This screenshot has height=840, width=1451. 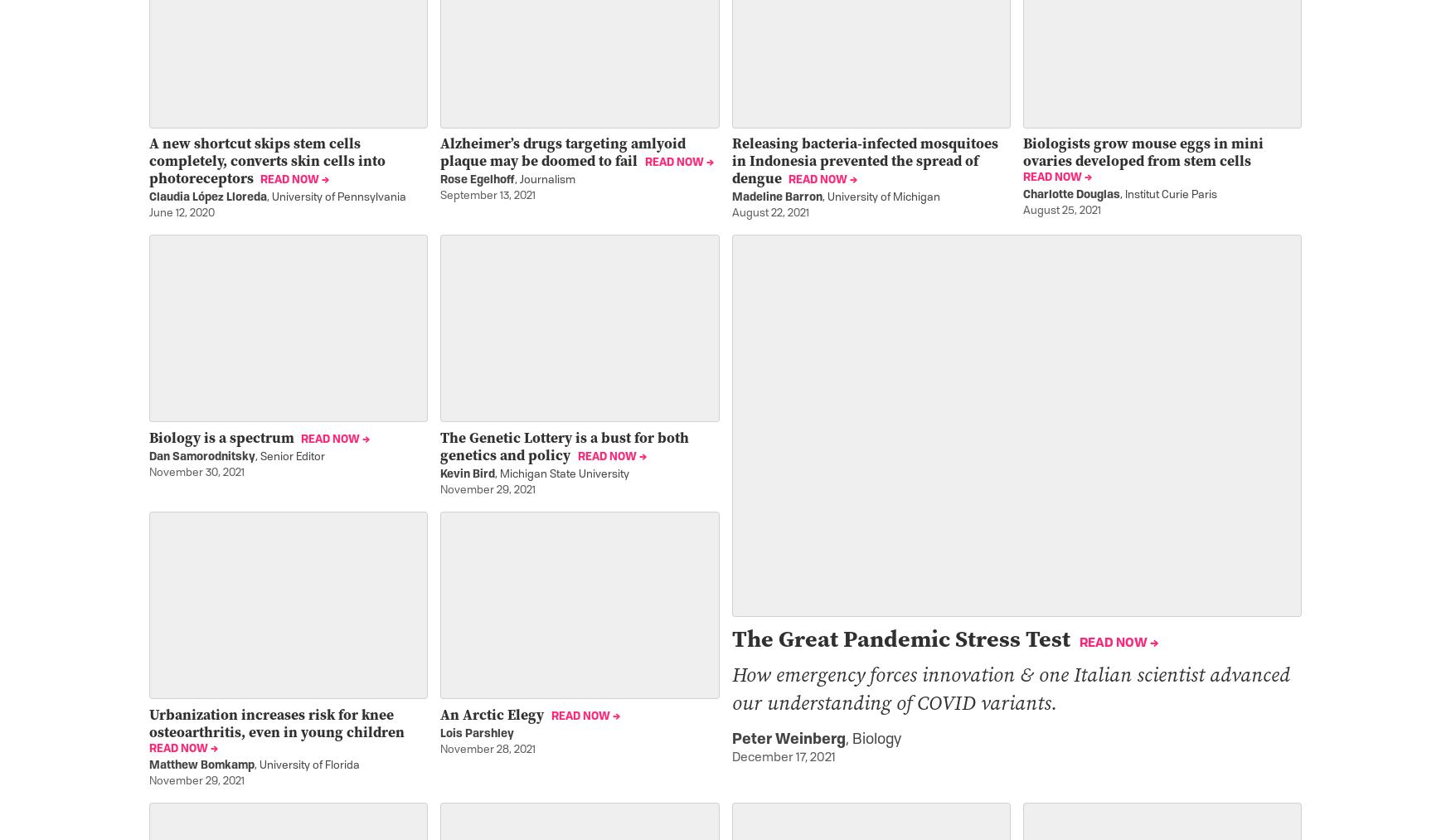 I want to click on ', Michigan State University', so click(x=561, y=474).